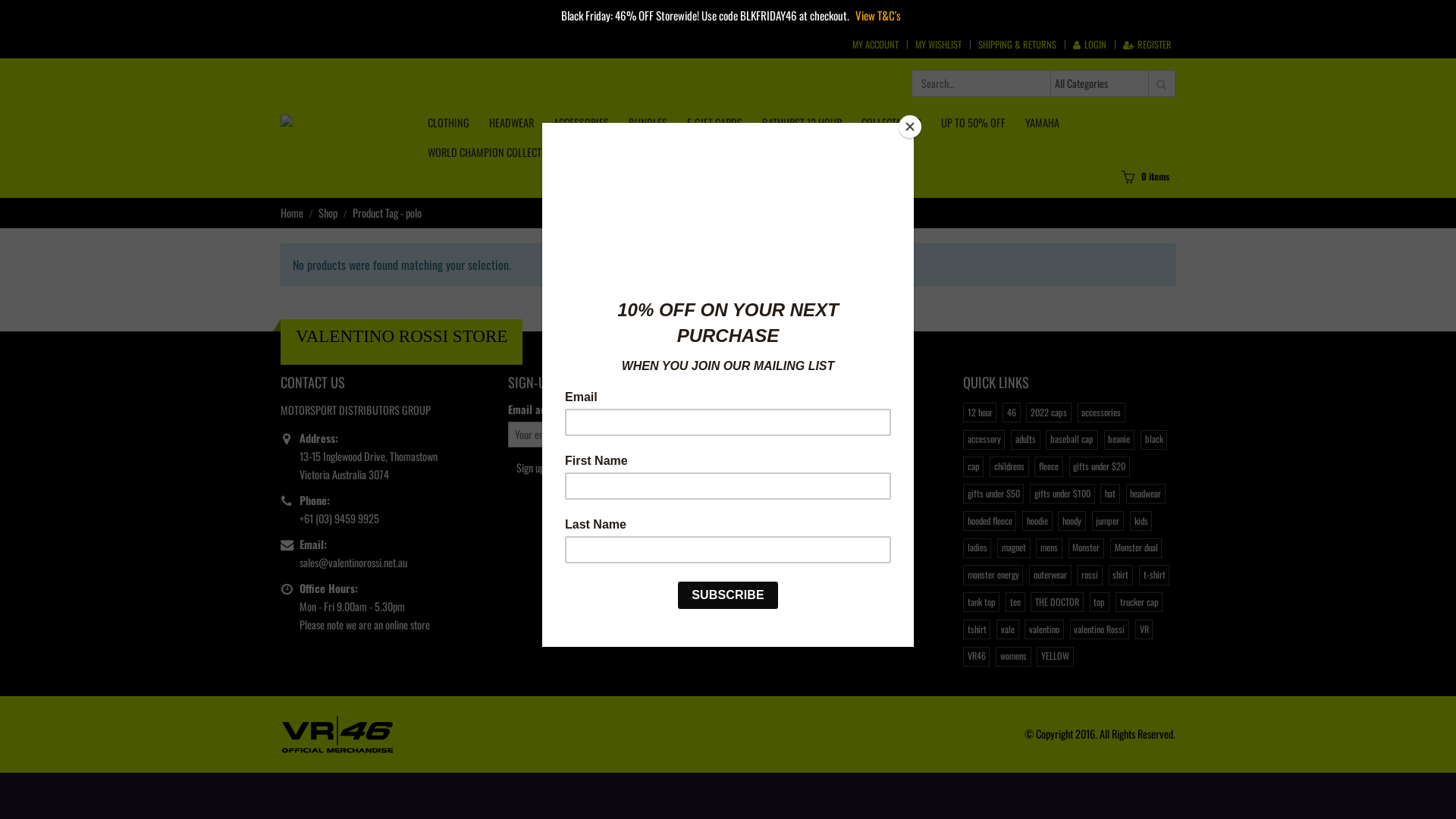 The image size is (1456, 819). What do you see at coordinates (1101, 412) in the screenshot?
I see `'accessories'` at bounding box center [1101, 412].